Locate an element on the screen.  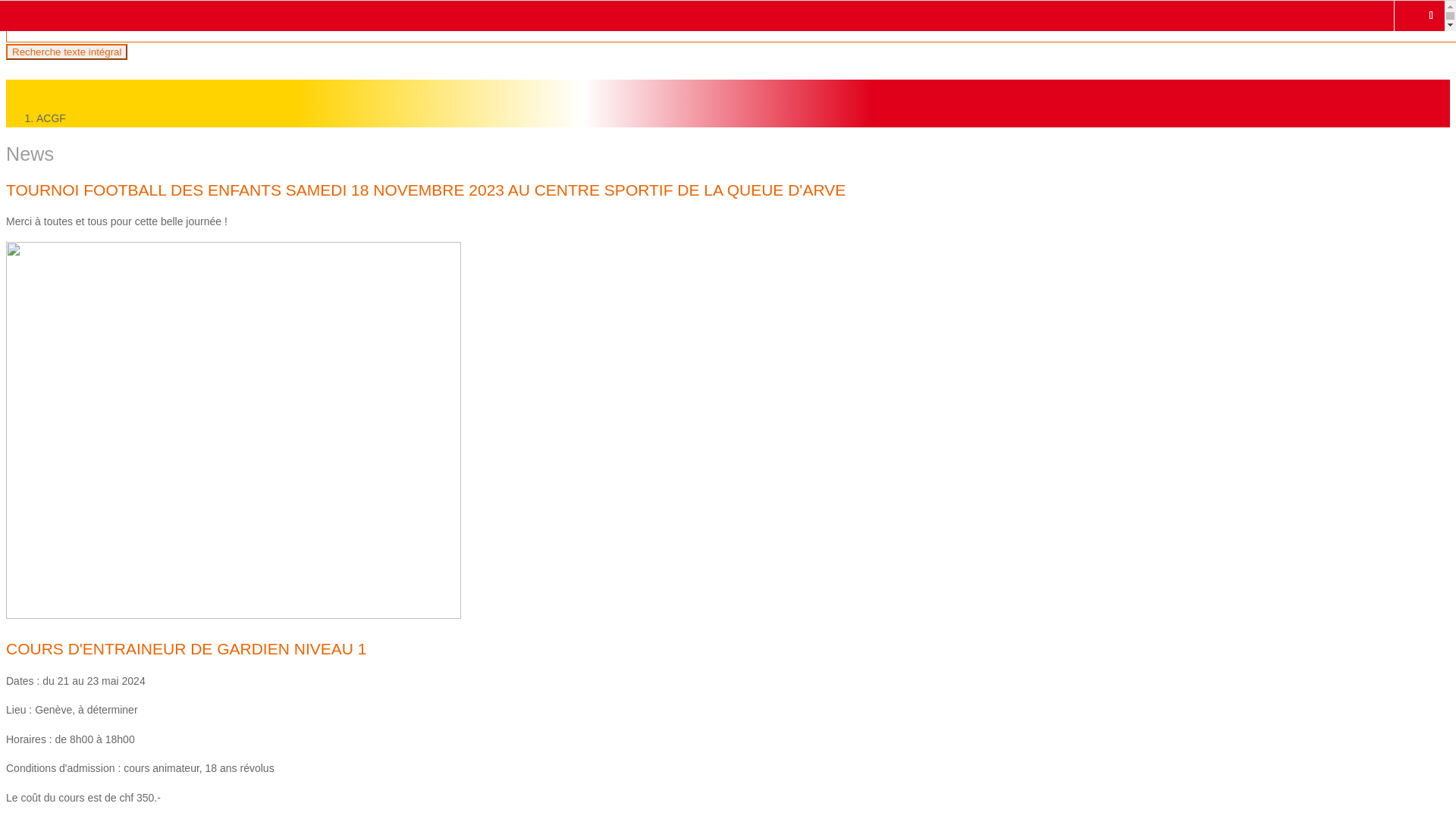
'Association' is located at coordinates (86, 87).